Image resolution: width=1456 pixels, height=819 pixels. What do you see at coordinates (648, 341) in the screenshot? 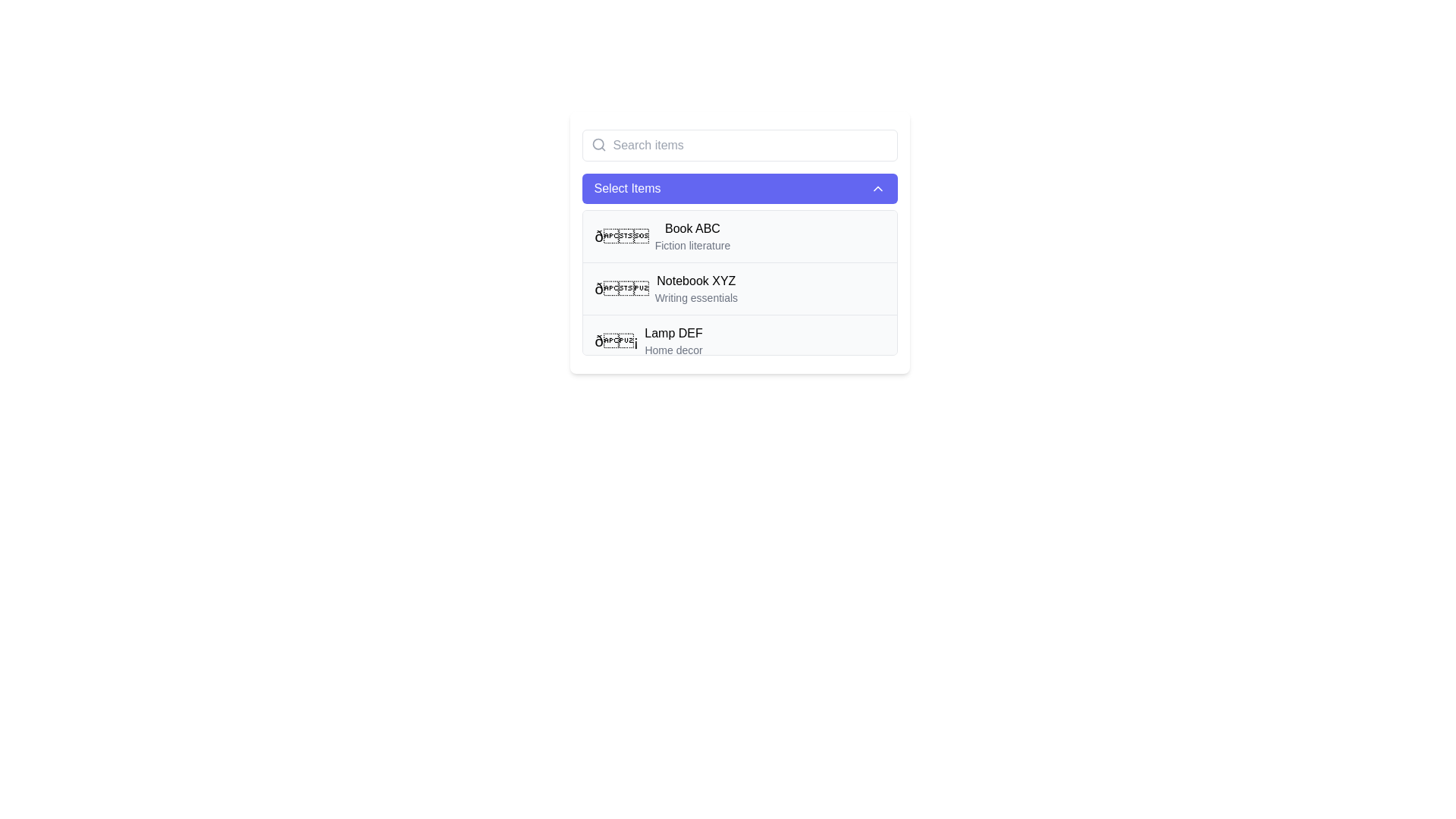
I see `the list entry labeled 'Lamp DEF', which is the third option in the dropdown menu, positioned directly below 'Notebook XYZ'` at bounding box center [648, 341].